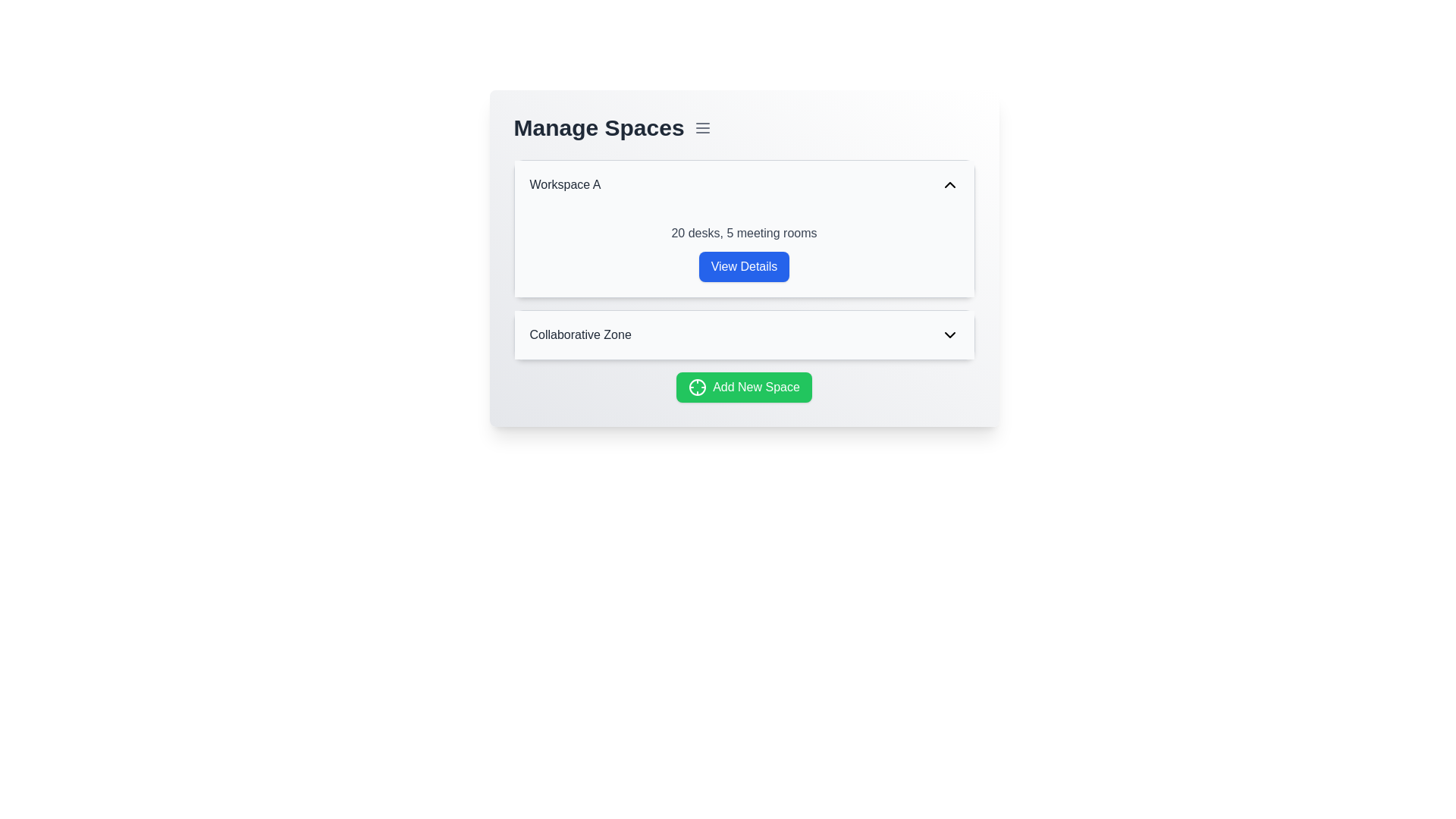  I want to click on the button that provides details about 'Workspace A', so click(744, 257).